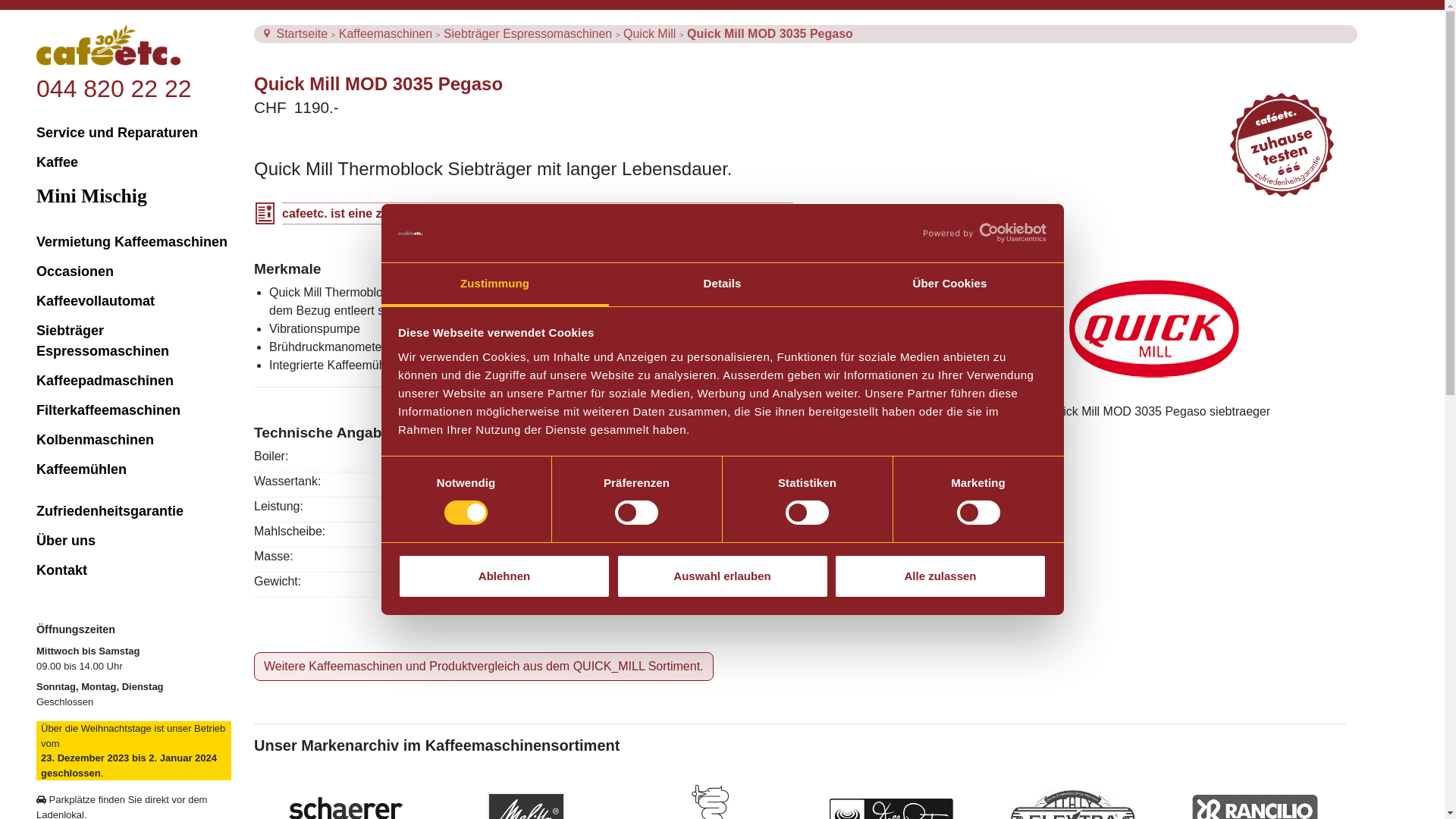  What do you see at coordinates (133, 162) in the screenshot?
I see `'Kaffee'` at bounding box center [133, 162].